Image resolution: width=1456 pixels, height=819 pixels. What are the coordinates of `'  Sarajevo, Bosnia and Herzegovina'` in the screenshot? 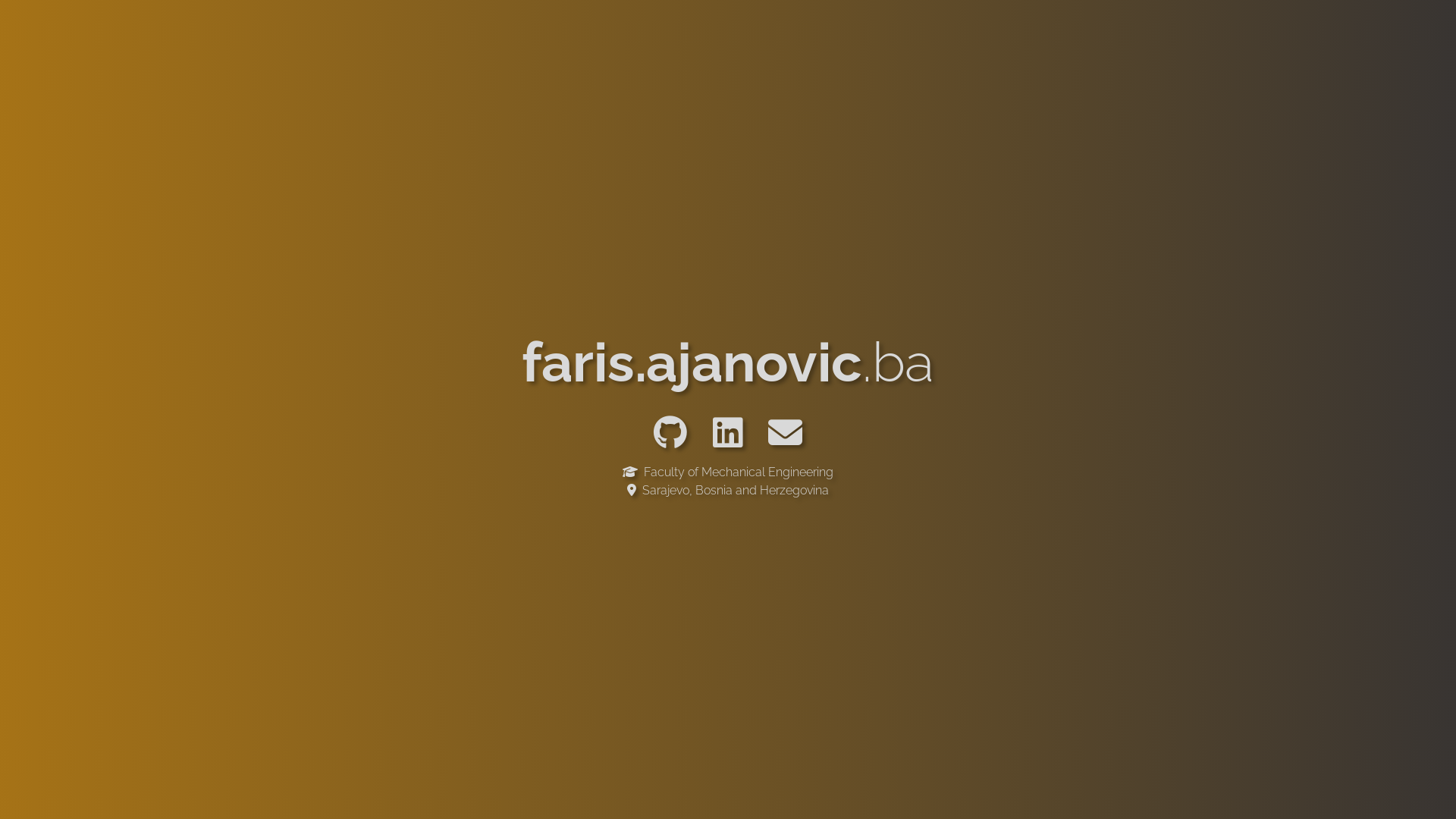 It's located at (728, 489).